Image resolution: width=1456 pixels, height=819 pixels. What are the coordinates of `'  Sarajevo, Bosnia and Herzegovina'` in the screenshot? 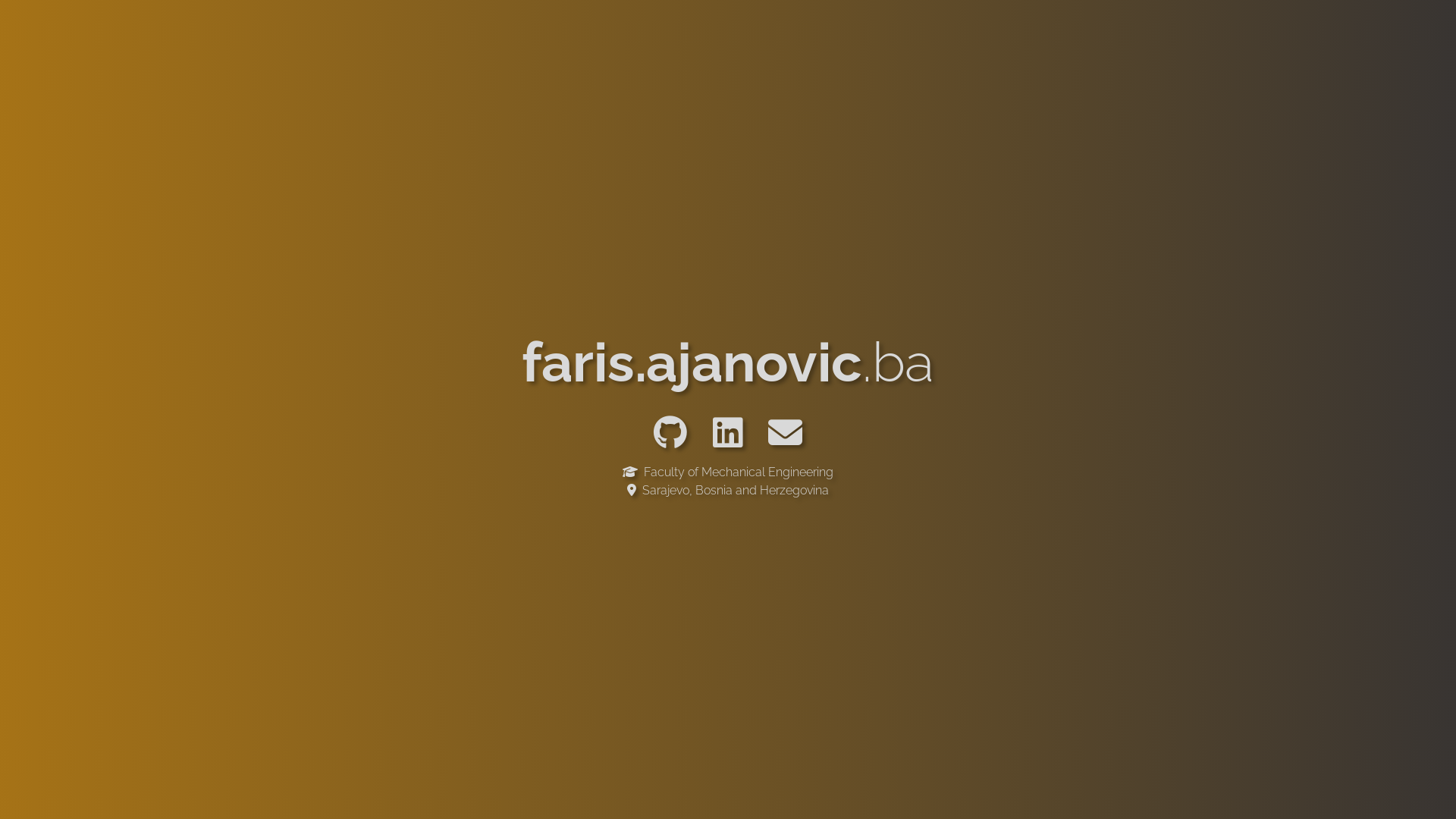 It's located at (728, 489).